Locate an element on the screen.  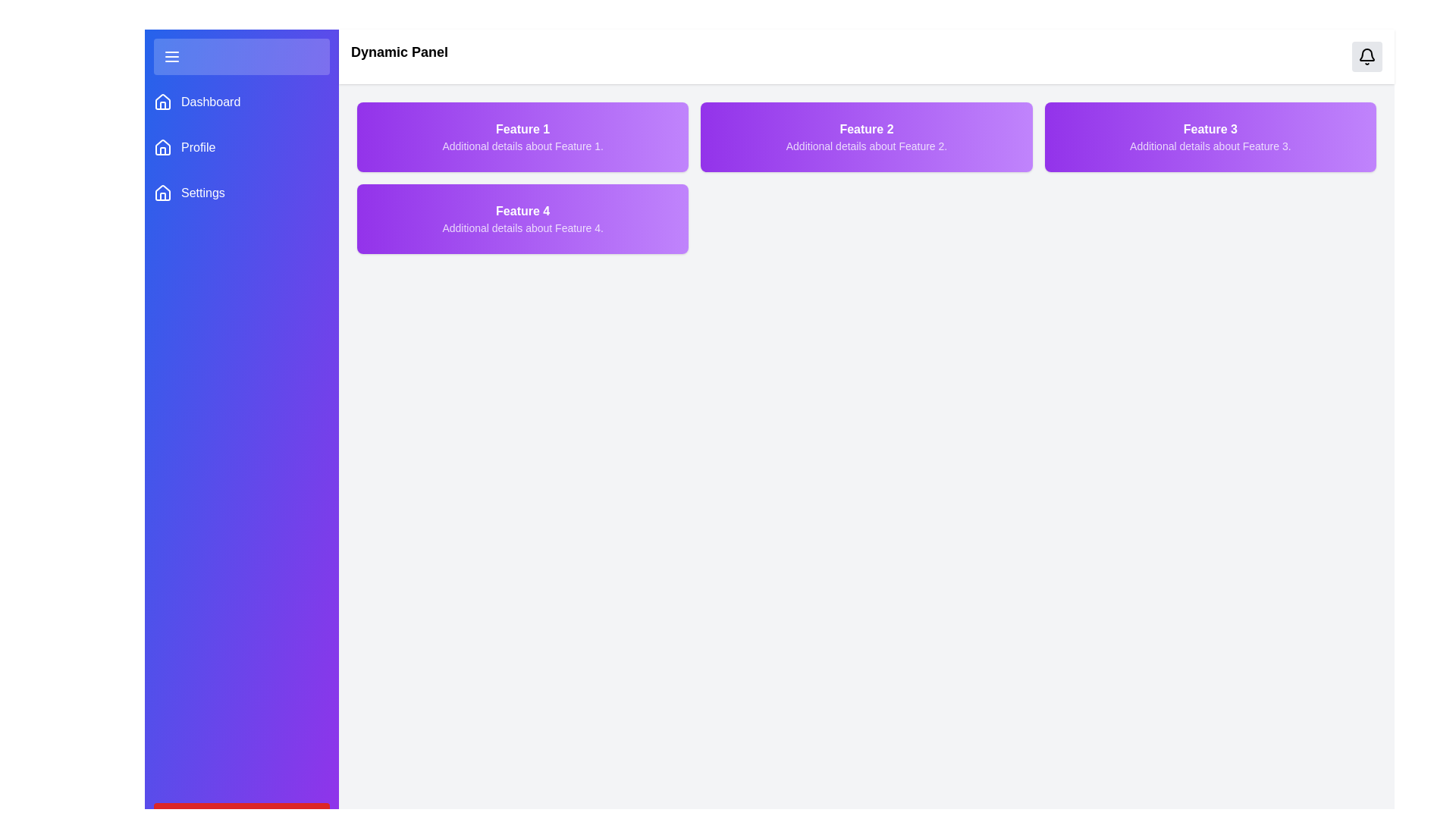
the notification icon button located is located at coordinates (1367, 55).